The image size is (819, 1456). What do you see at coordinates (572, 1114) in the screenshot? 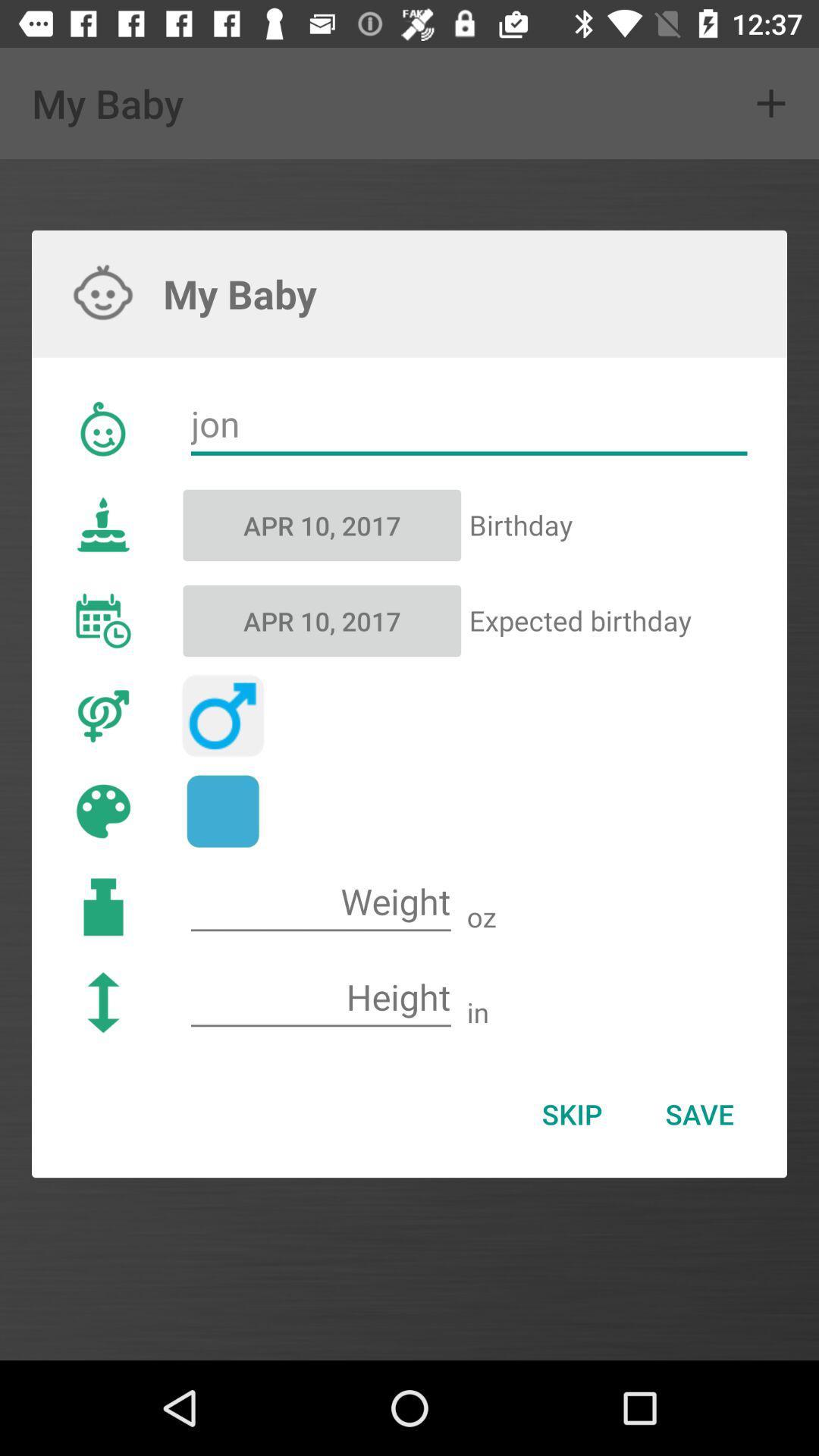
I see `icon next to the save` at bounding box center [572, 1114].